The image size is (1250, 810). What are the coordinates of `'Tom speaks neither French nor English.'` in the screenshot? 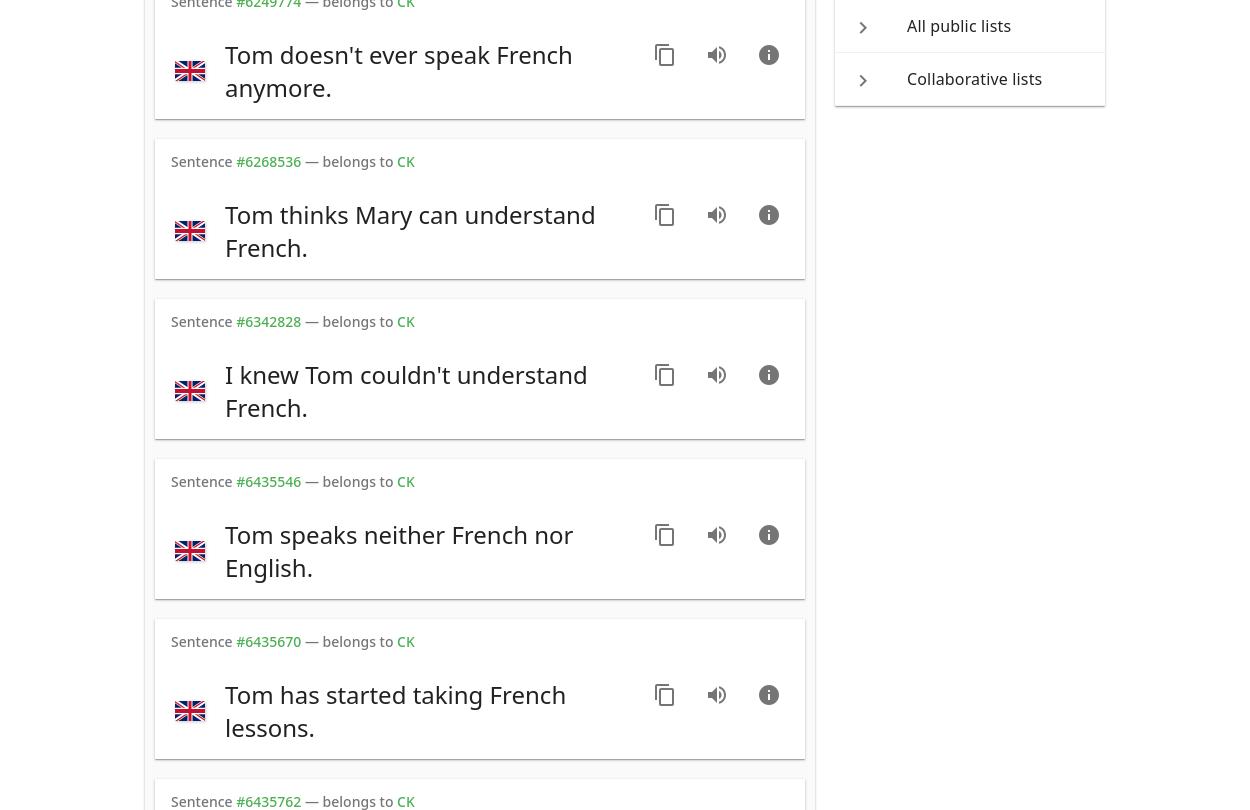 It's located at (399, 550).